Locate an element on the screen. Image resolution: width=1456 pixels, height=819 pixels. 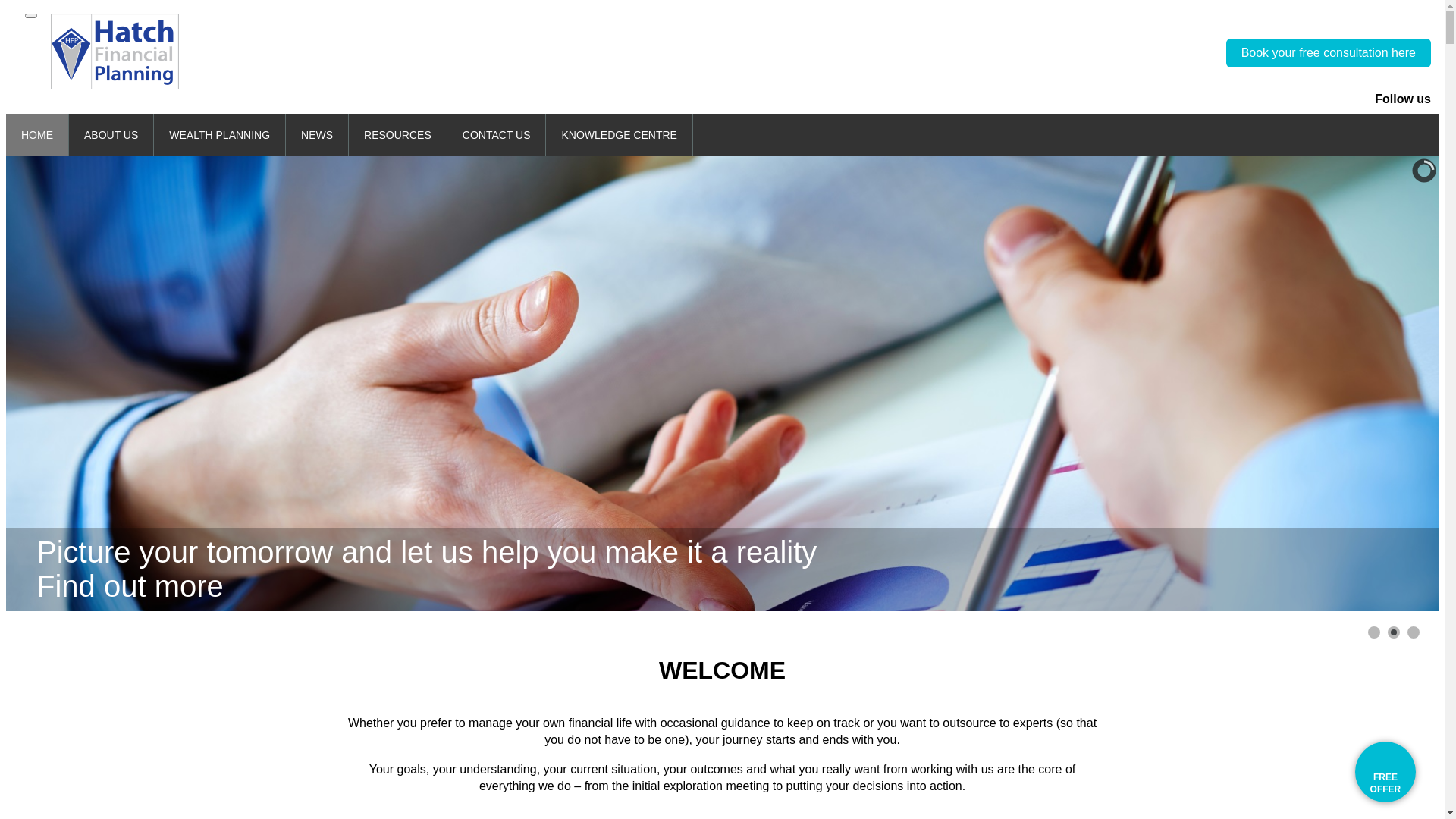
'KNOWLEDGE CENTRE' is located at coordinates (619, 133).